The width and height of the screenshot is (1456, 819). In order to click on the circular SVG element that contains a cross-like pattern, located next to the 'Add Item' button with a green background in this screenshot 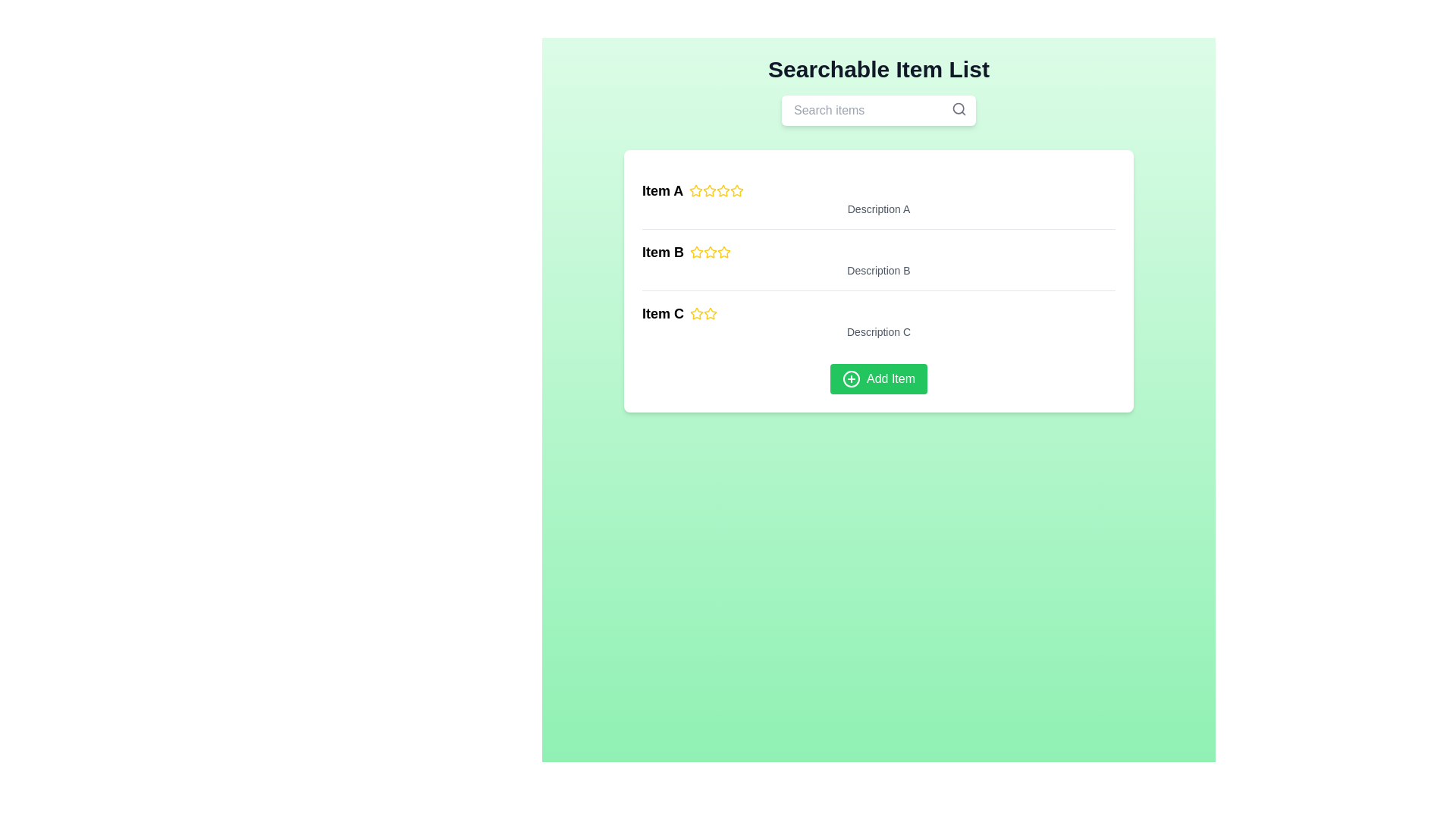, I will do `click(852, 378)`.